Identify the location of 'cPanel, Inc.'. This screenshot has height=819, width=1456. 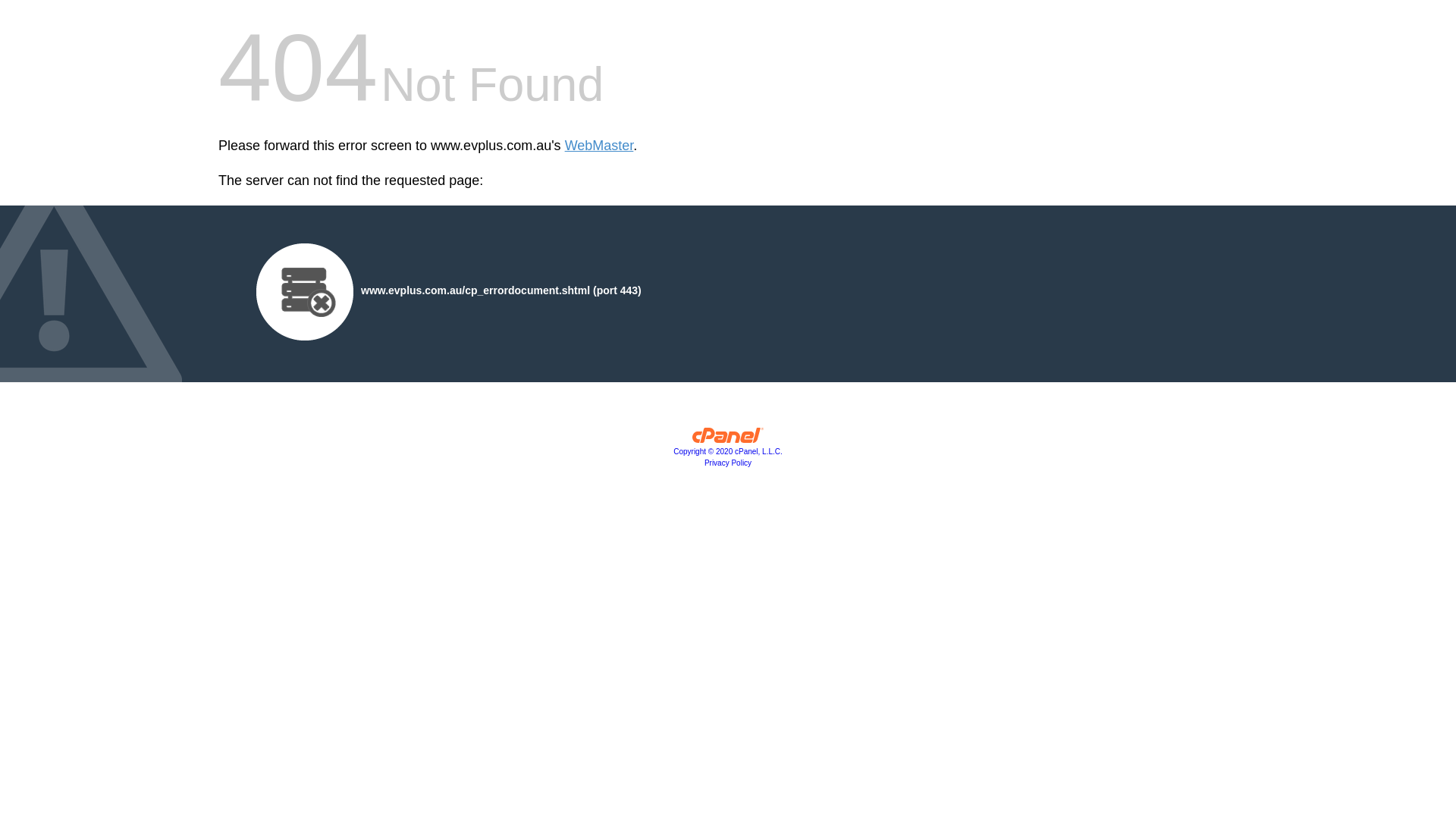
(728, 438).